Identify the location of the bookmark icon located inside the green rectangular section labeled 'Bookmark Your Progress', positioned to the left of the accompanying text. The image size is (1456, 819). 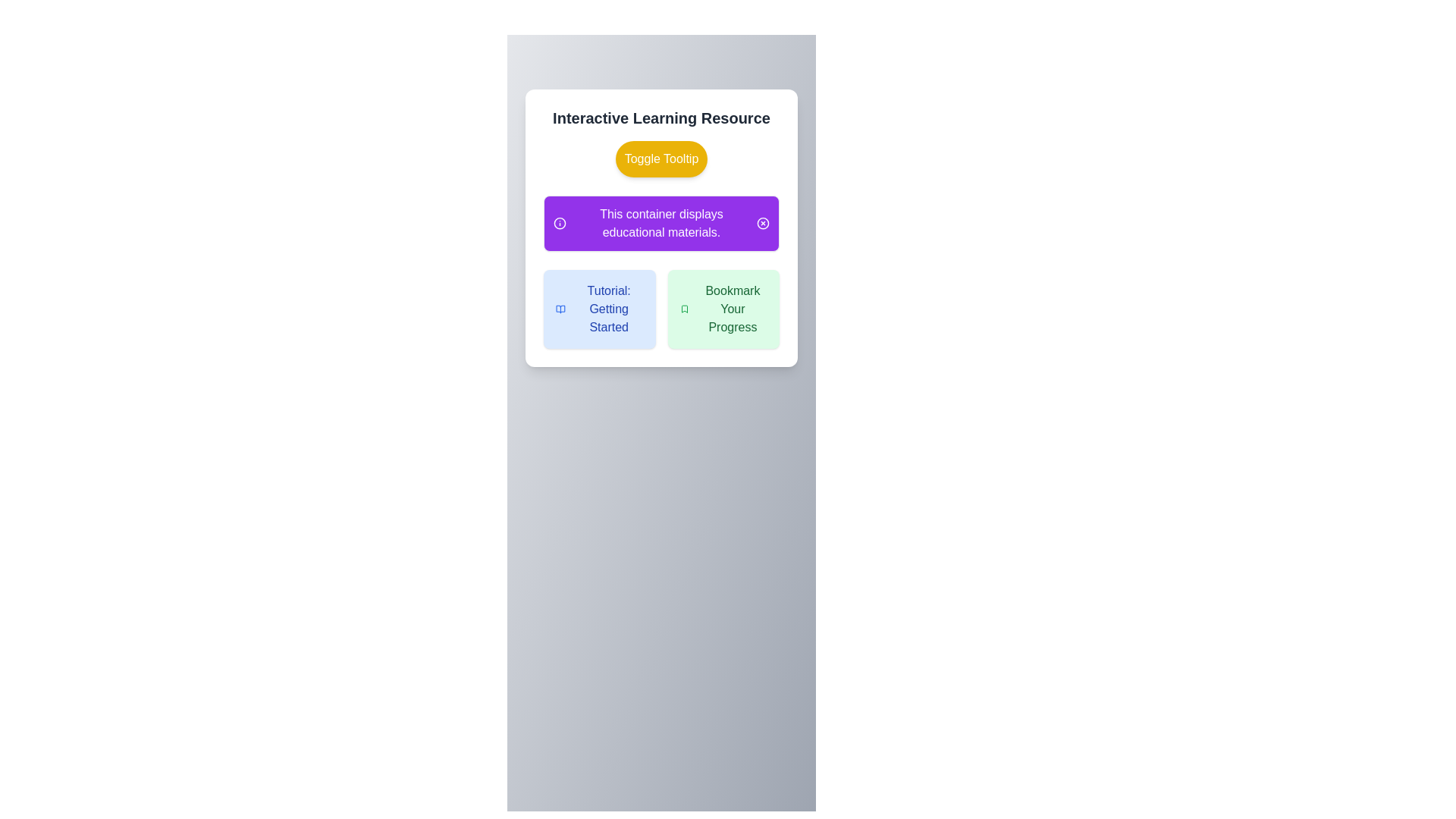
(683, 309).